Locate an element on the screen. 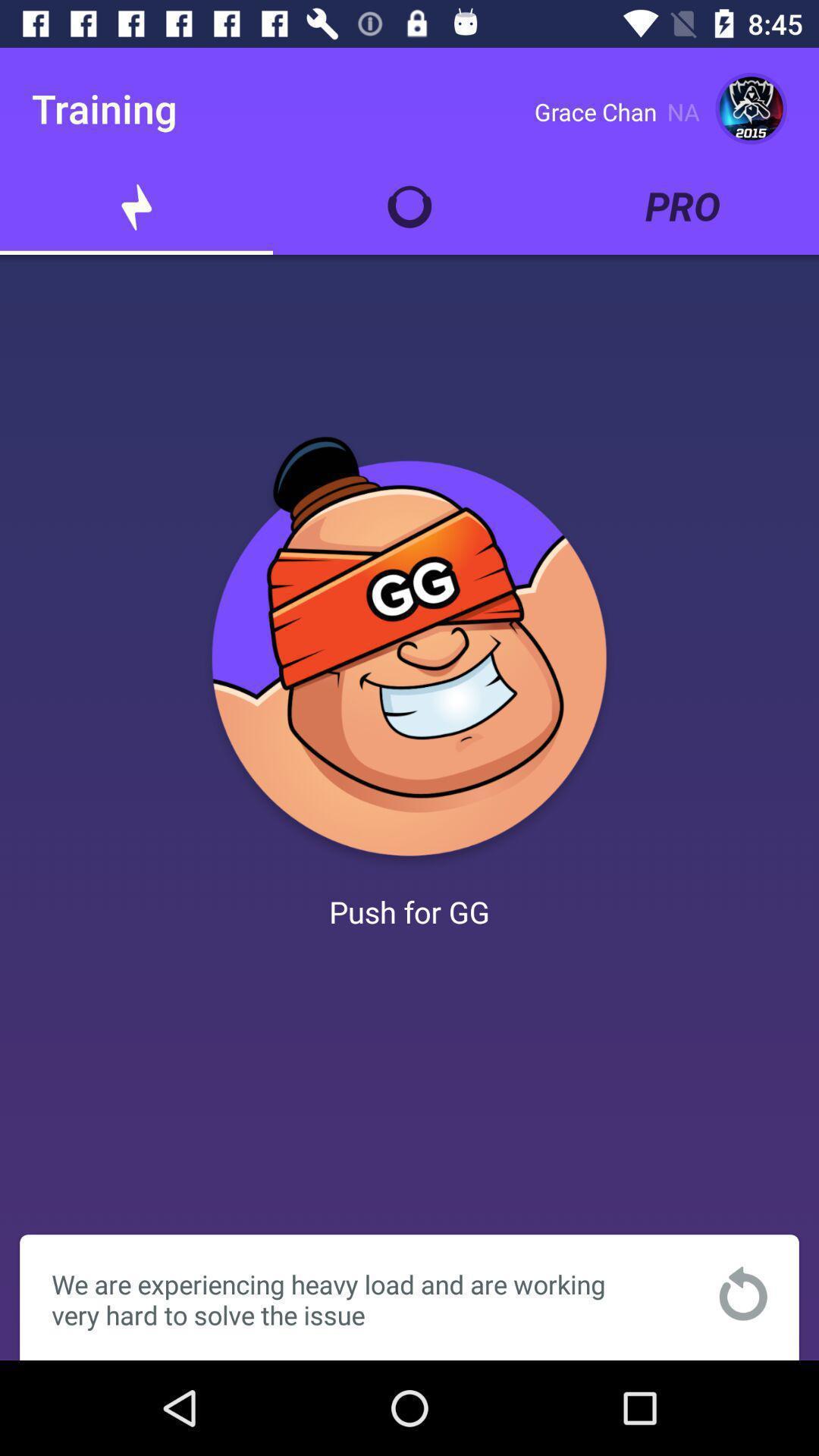  the icon below push for gg item is located at coordinates (742, 1292).